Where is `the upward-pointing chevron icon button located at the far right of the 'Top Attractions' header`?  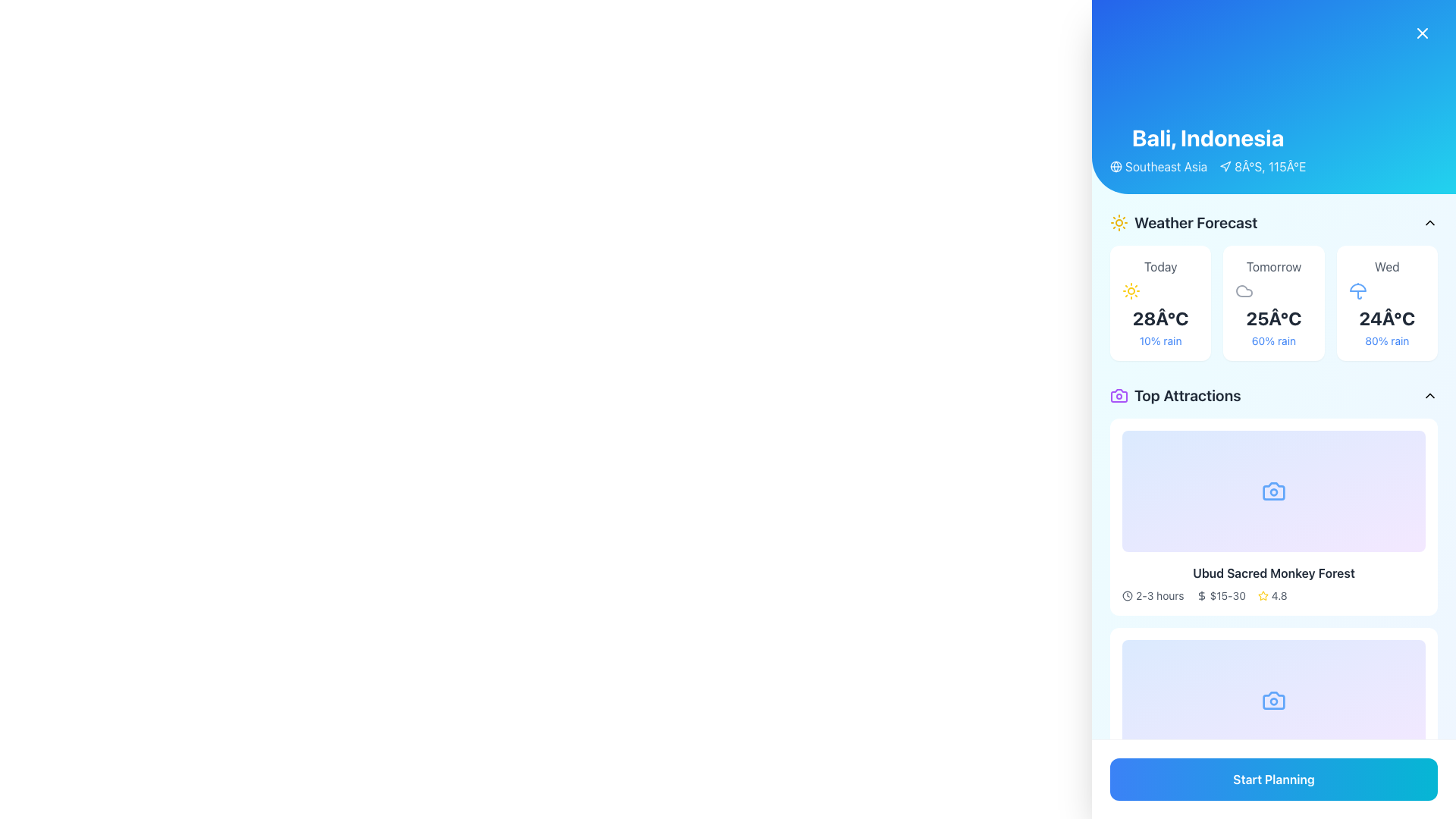
the upward-pointing chevron icon button located at the far right of the 'Top Attractions' header is located at coordinates (1429, 394).